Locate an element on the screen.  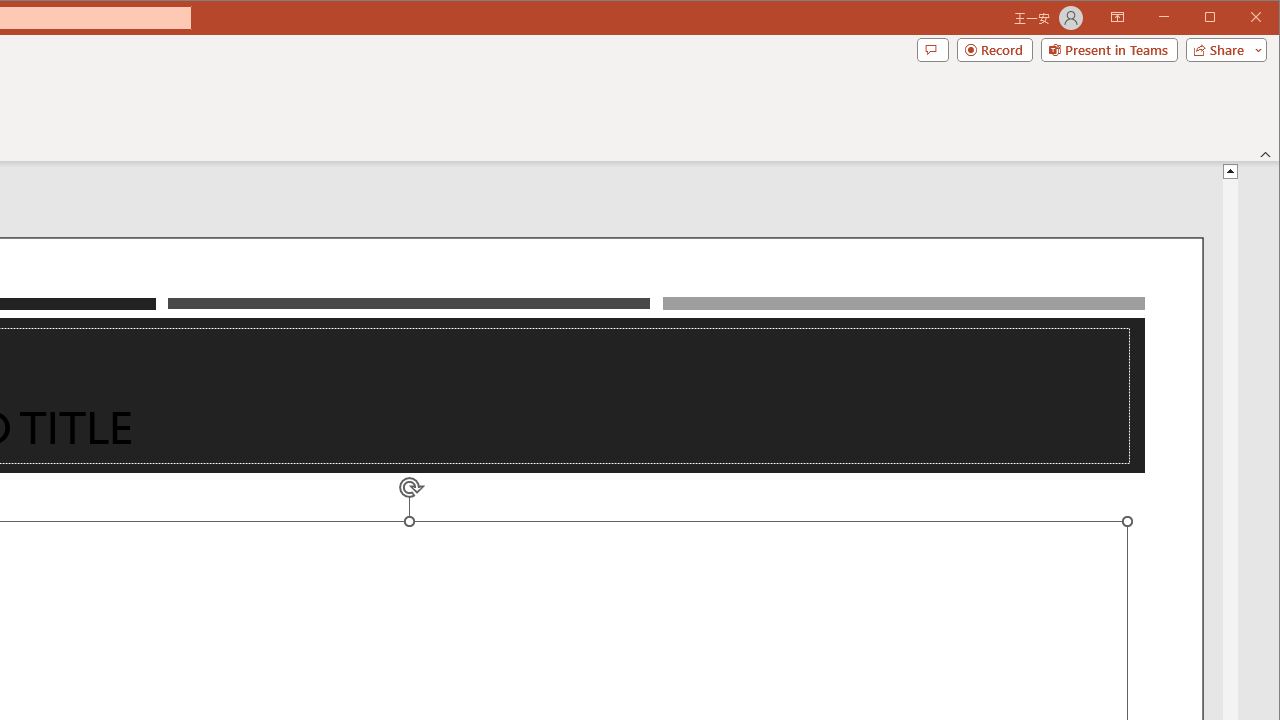
'Collapse the Ribbon' is located at coordinates (1265, 153).